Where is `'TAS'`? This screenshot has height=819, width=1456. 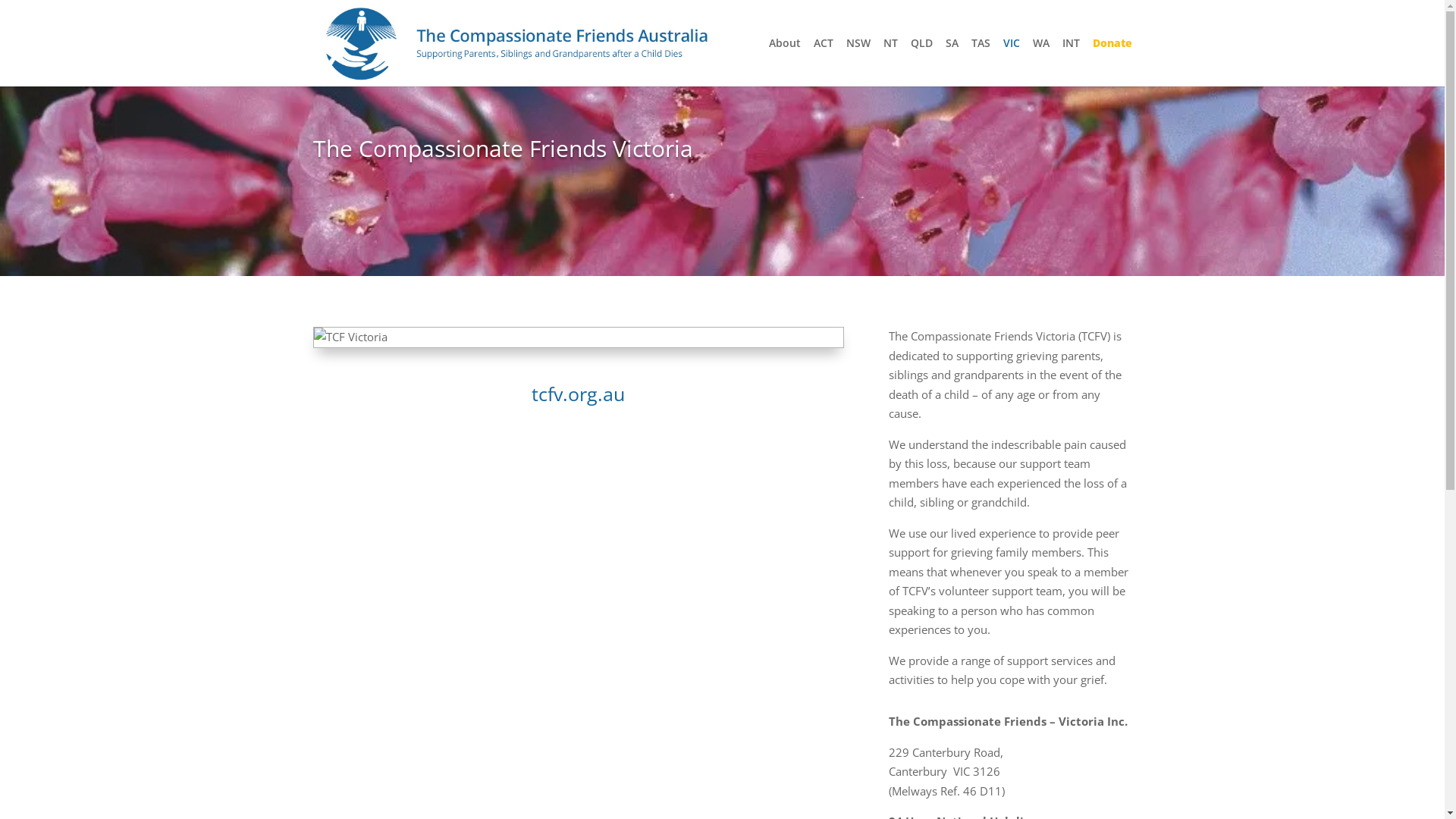 'TAS' is located at coordinates (980, 61).